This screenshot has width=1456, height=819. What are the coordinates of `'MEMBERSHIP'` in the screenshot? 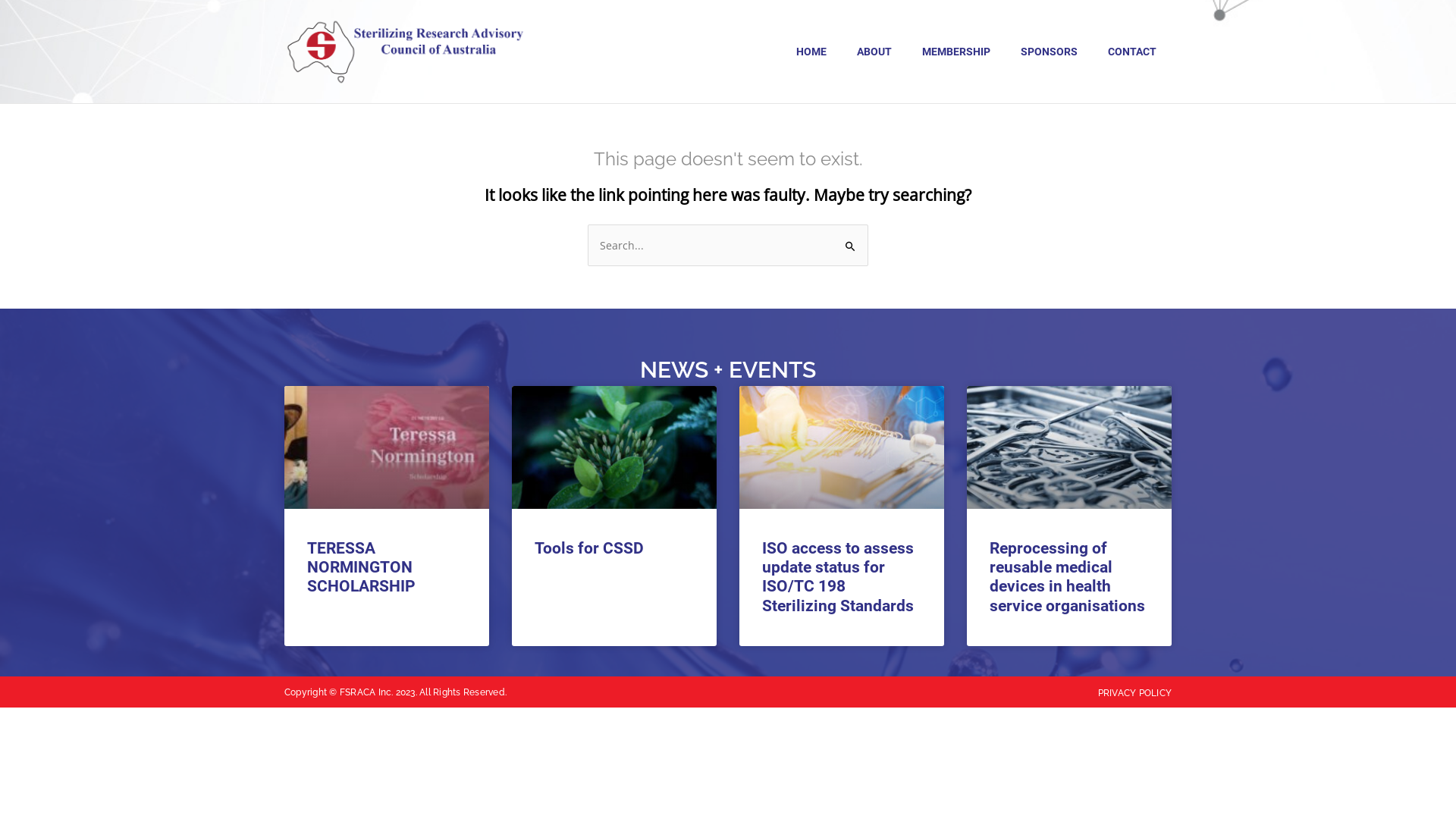 It's located at (955, 51).